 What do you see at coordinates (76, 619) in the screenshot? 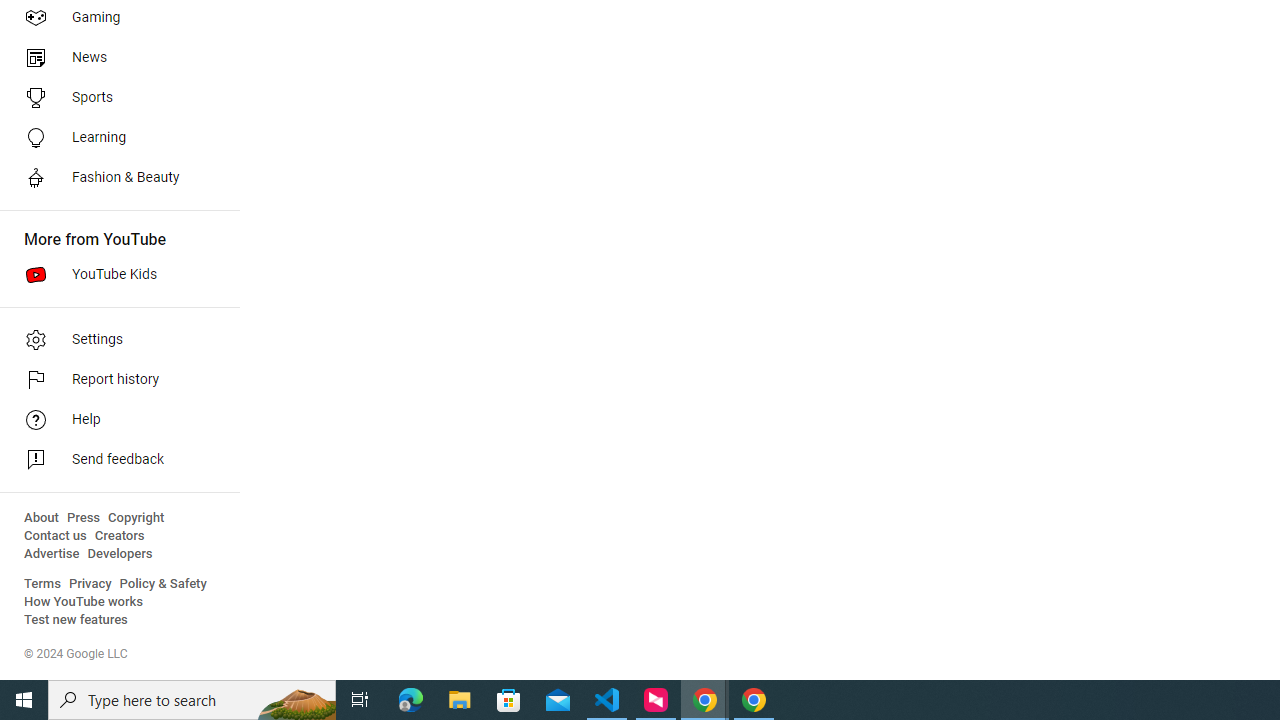
I see `'Test new features'` at bounding box center [76, 619].